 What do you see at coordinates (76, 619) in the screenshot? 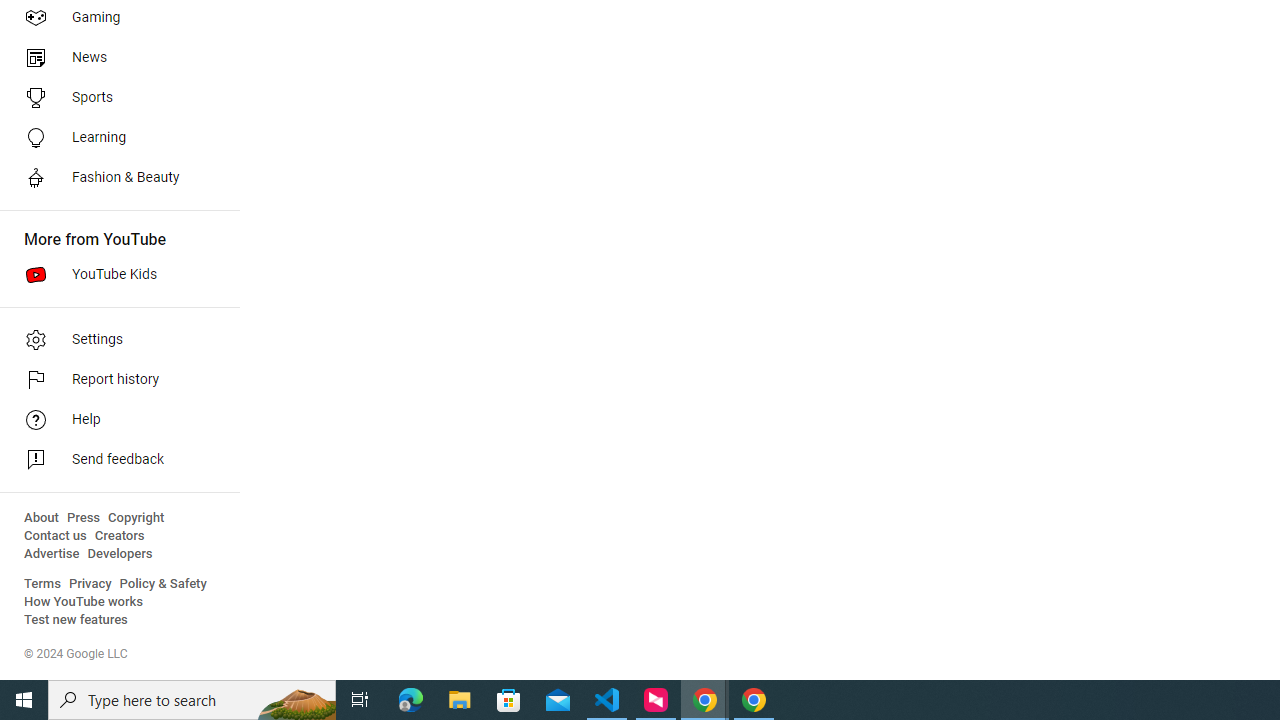
I see `'Test new features'` at bounding box center [76, 619].